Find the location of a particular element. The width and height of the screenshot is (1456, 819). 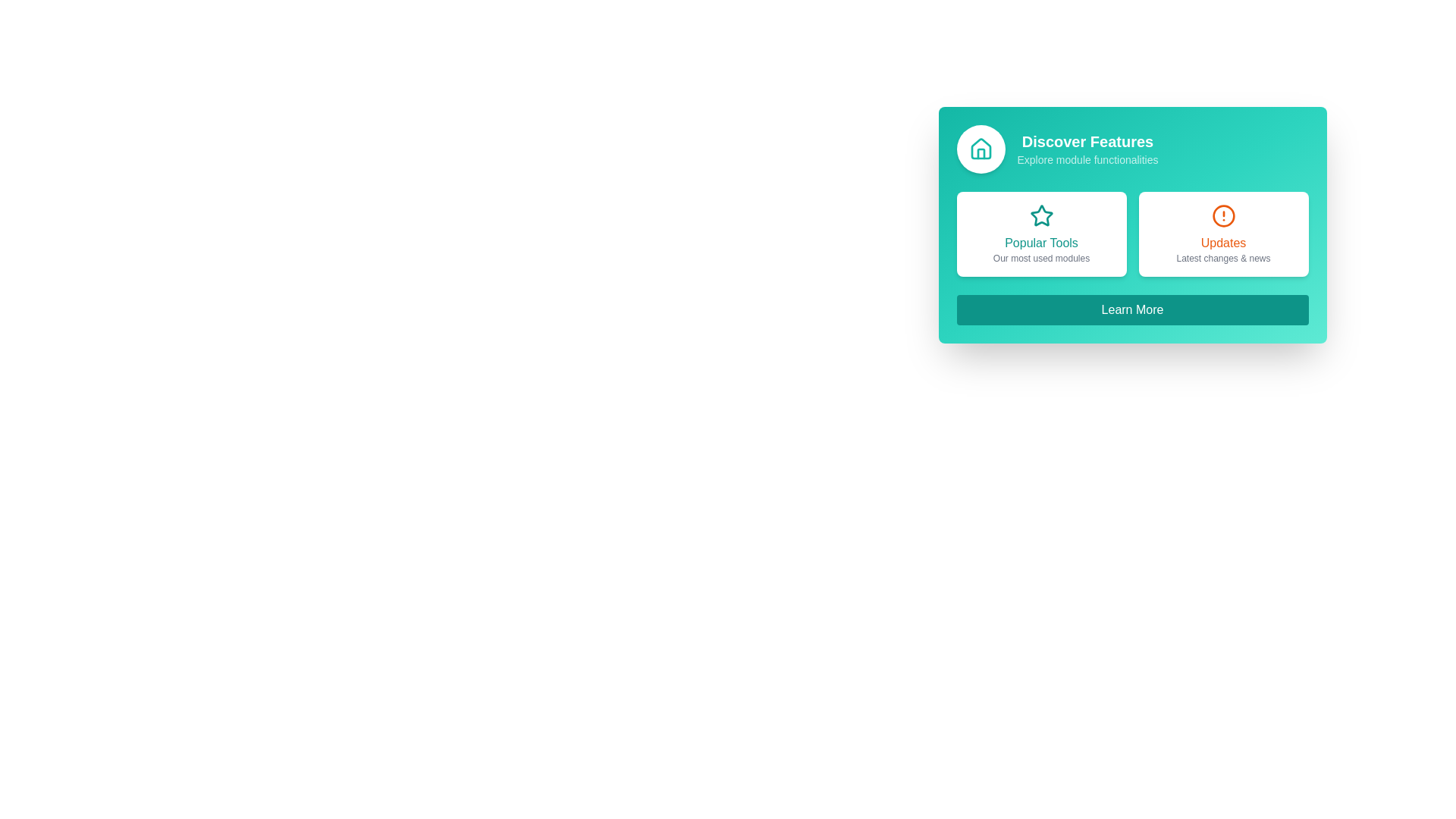

the circular visual element within the red alert icon located in the 'Discover Features' section, which is centered in the 'Updates' button is located at coordinates (1223, 216).